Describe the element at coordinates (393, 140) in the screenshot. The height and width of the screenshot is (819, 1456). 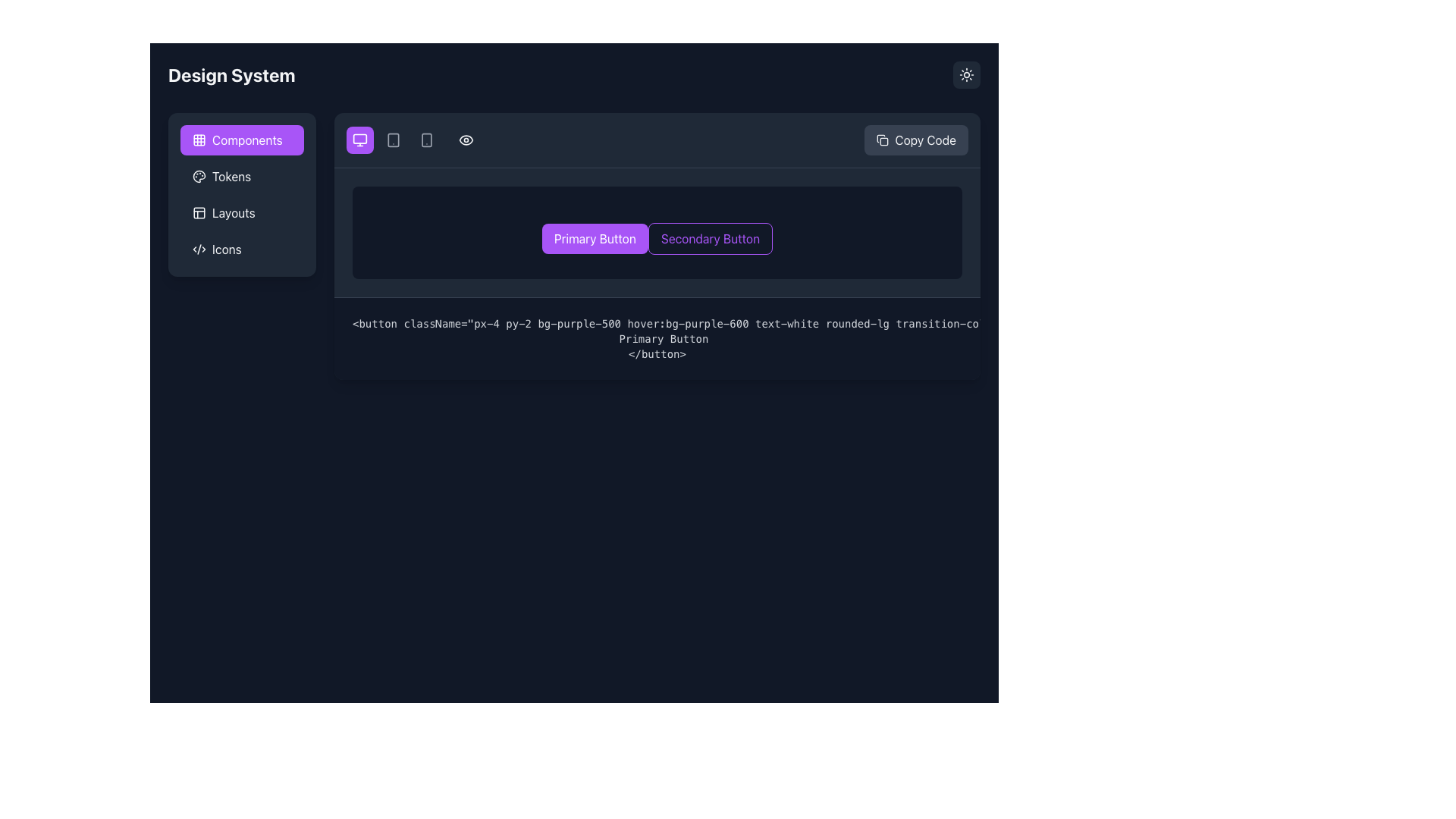
I see `the button that resembles a tablet or rectangular device, located in the second position of a horizontal row of three buttons at the top-center of the interface` at that location.